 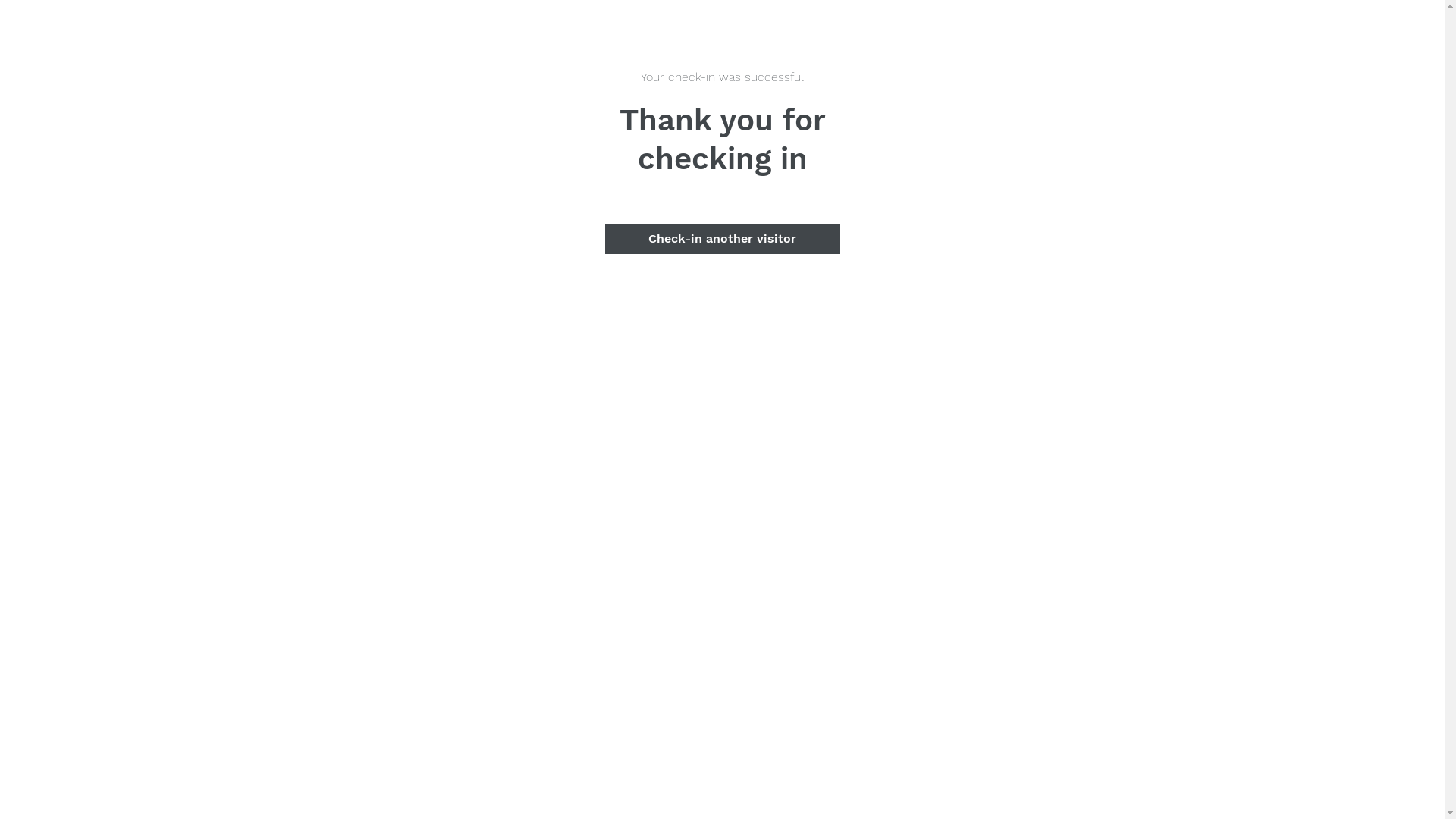 What do you see at coordinates (722, 239) in the screenshot?
I see `'Check-in another visitor'` at bounding box center [722, 239].